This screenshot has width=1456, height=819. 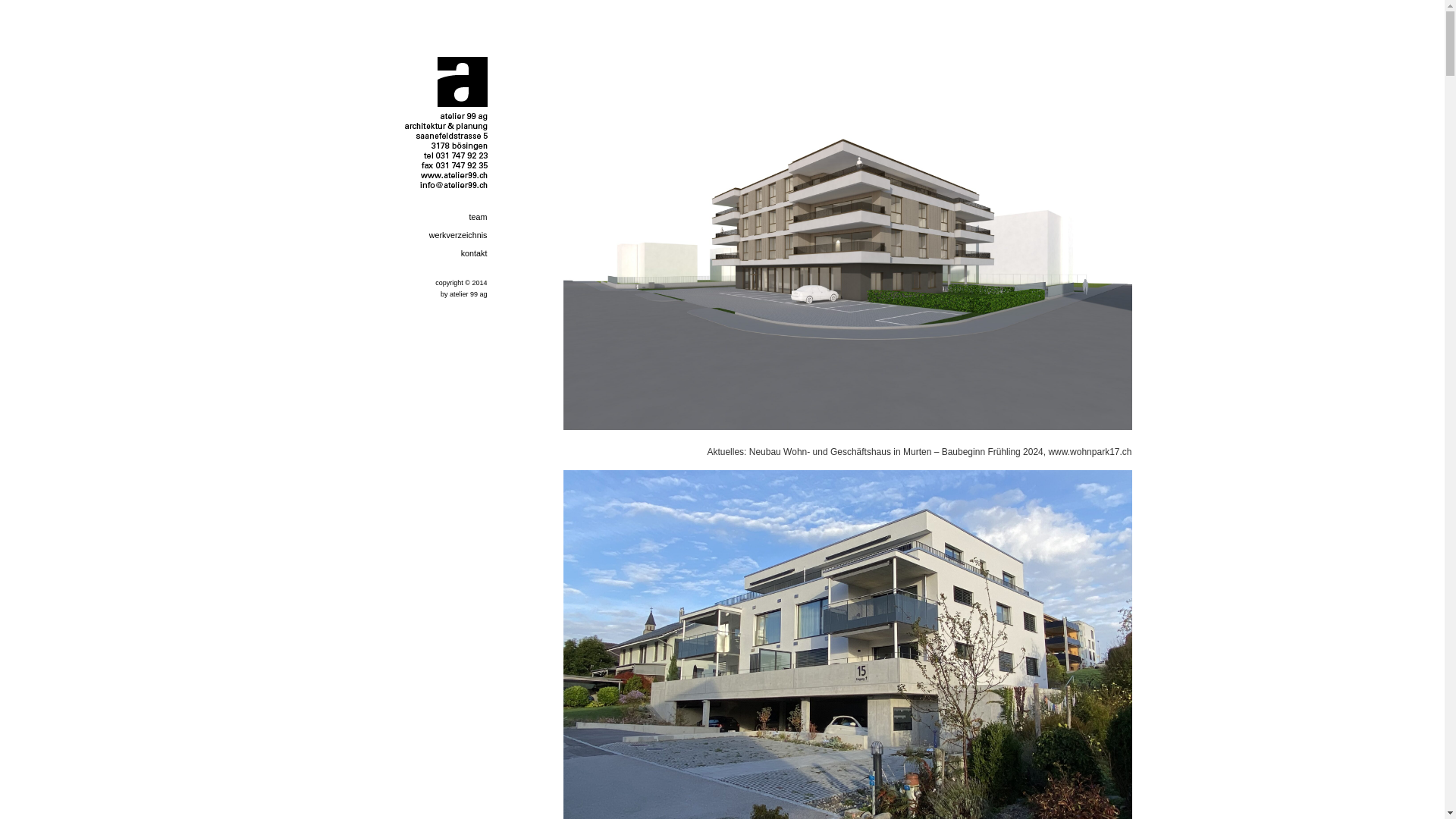 What do you see at coordinates (444, 253) in the screenshot?
I see `'kontakt'` at bounding box center [444, 253].